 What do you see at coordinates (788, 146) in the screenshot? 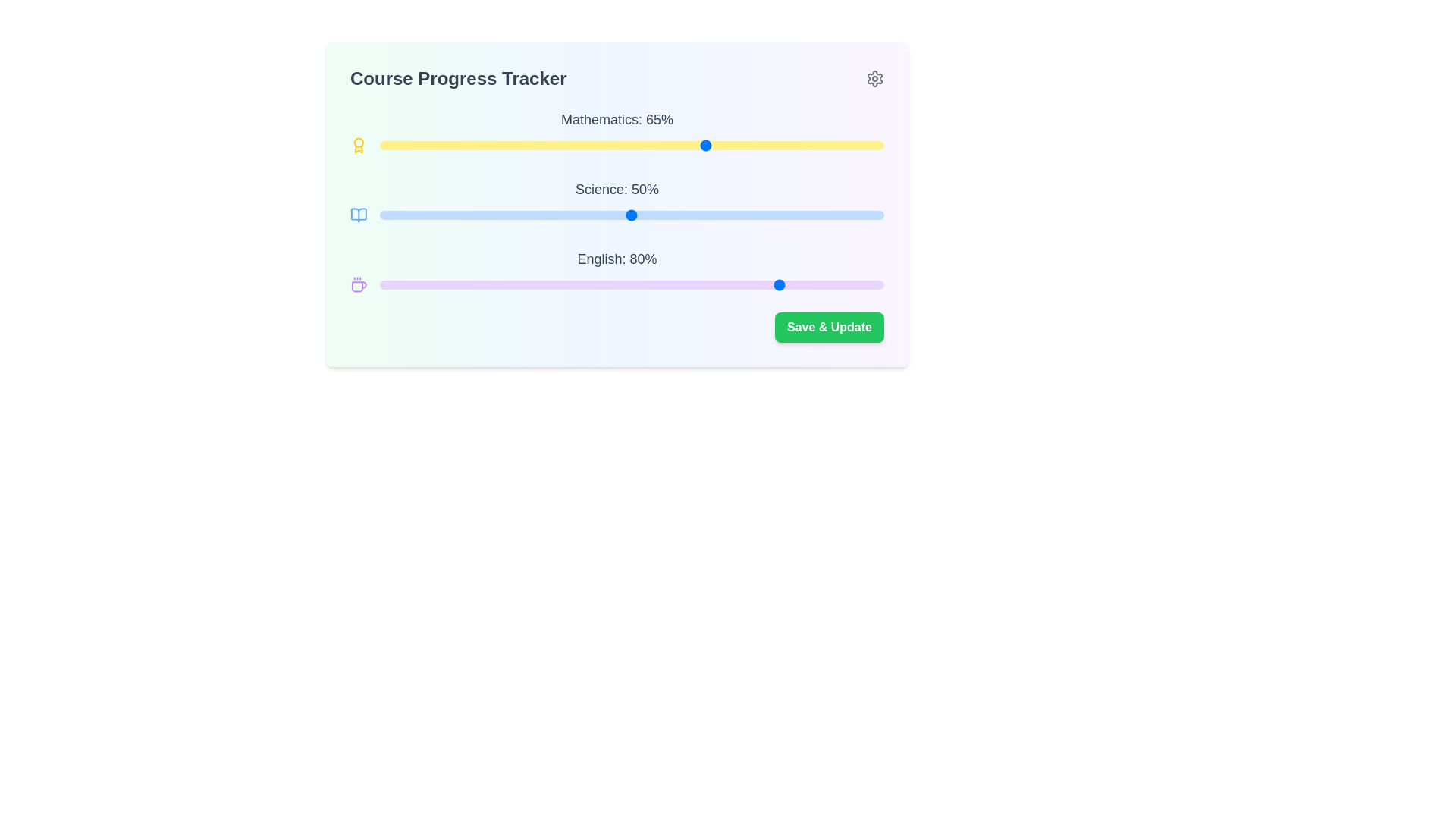
I see `the progress of Mathematics` at bounding box center [788, 146].